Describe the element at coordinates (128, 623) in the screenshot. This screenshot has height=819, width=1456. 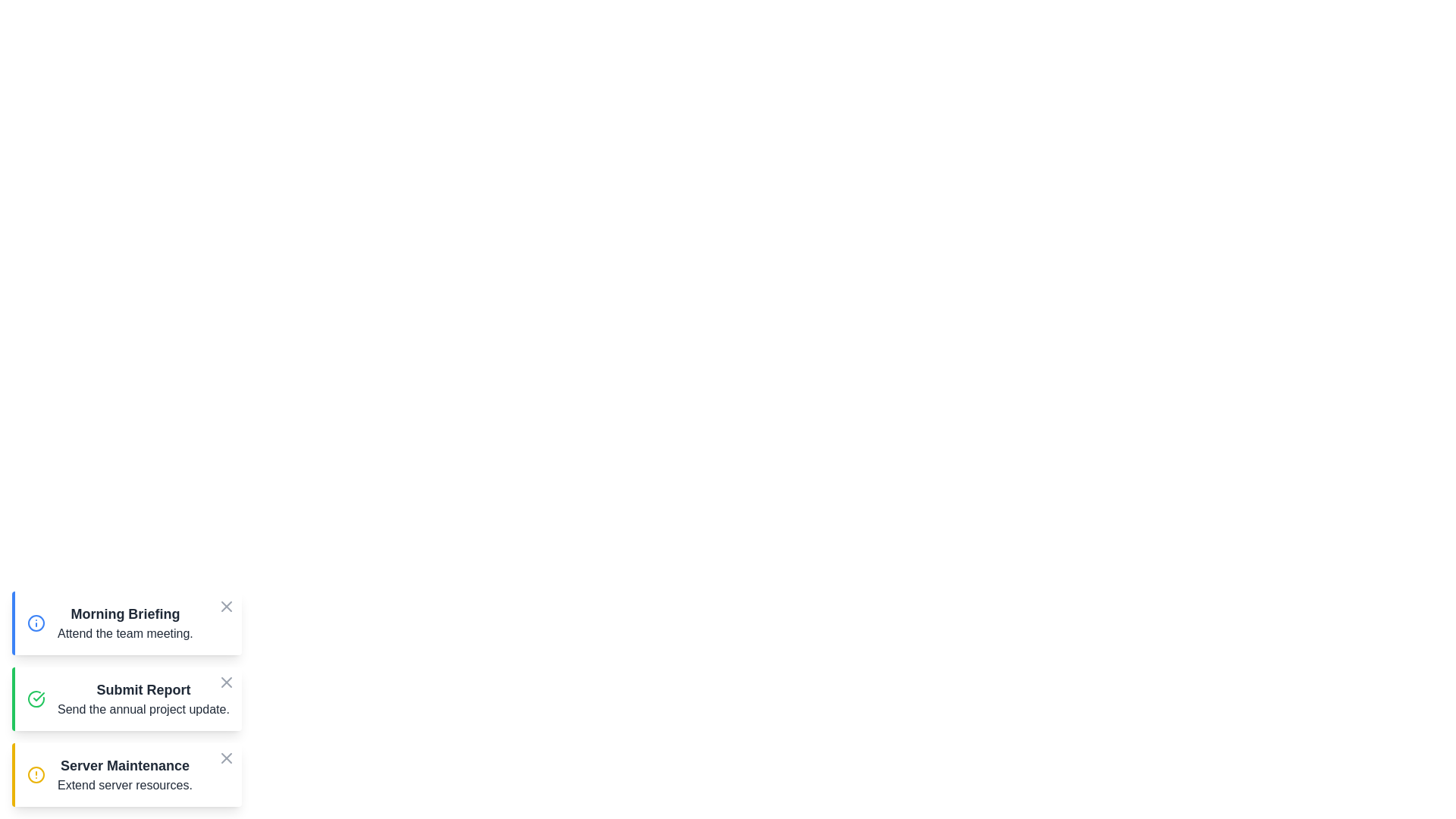
I see `the 'Morning Briefing' card element, which features a bold title and a descriptive sentence, positioned at the top of the card list` at that location.